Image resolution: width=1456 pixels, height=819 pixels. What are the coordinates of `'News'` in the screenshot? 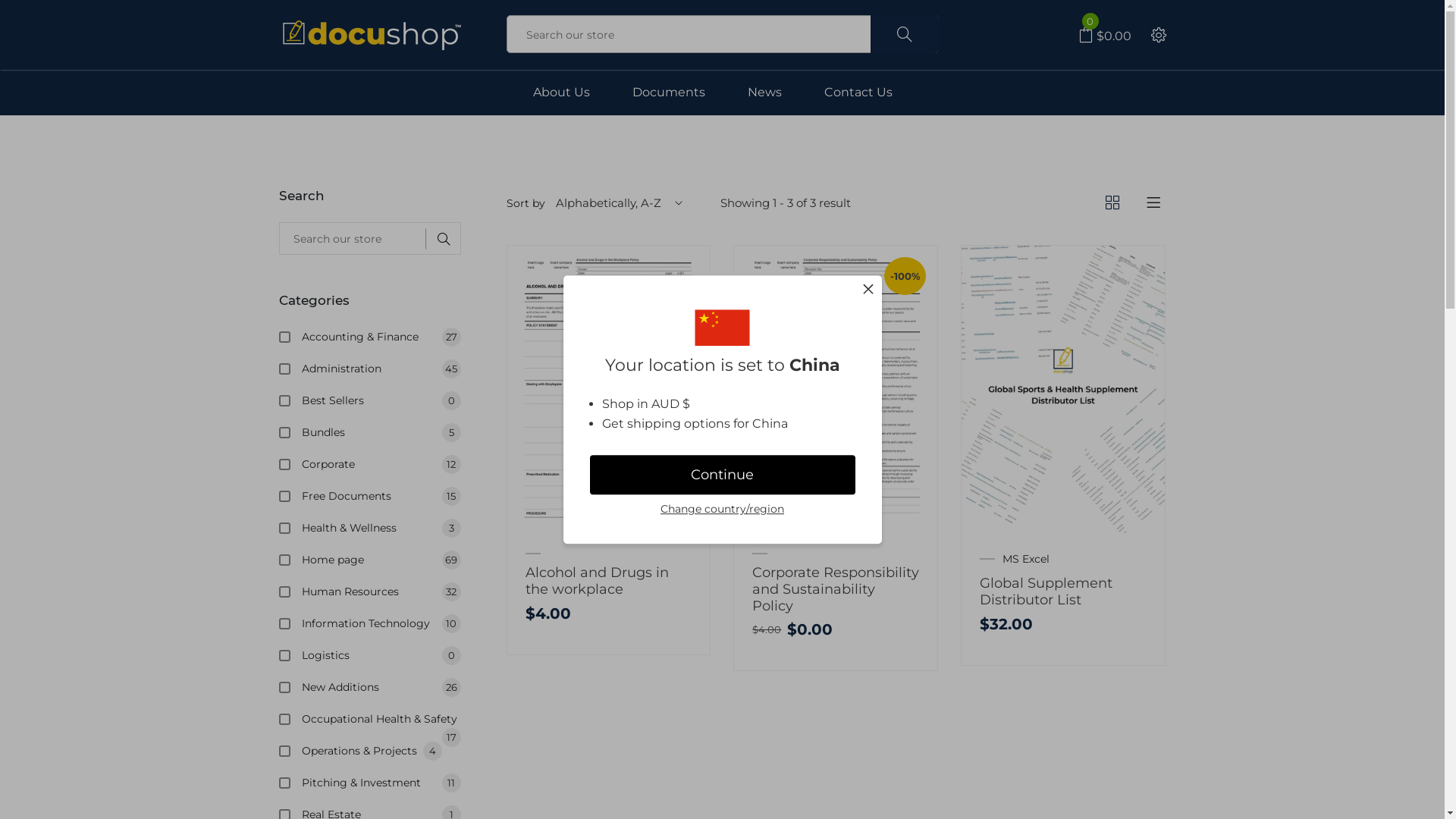 It's located at (764, 93).